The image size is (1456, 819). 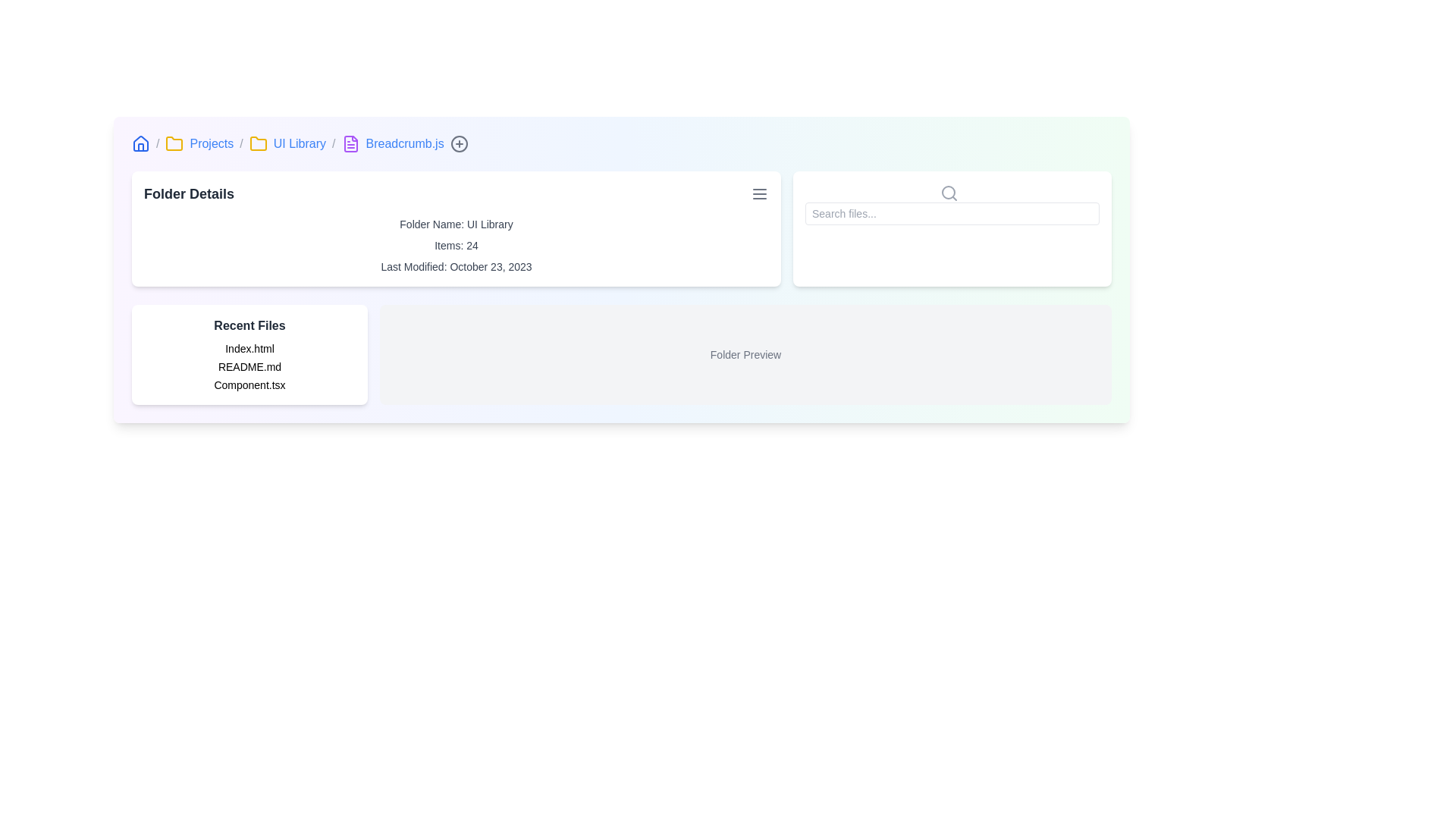 What do you see at coordinates (333, 143) in the screenshot?
I see `the fifth text separator (/) in the breadcrumb navigation, which visually separates 'UI Library' and 'Breadcrumb.js'` at bounding box center [333, 143].